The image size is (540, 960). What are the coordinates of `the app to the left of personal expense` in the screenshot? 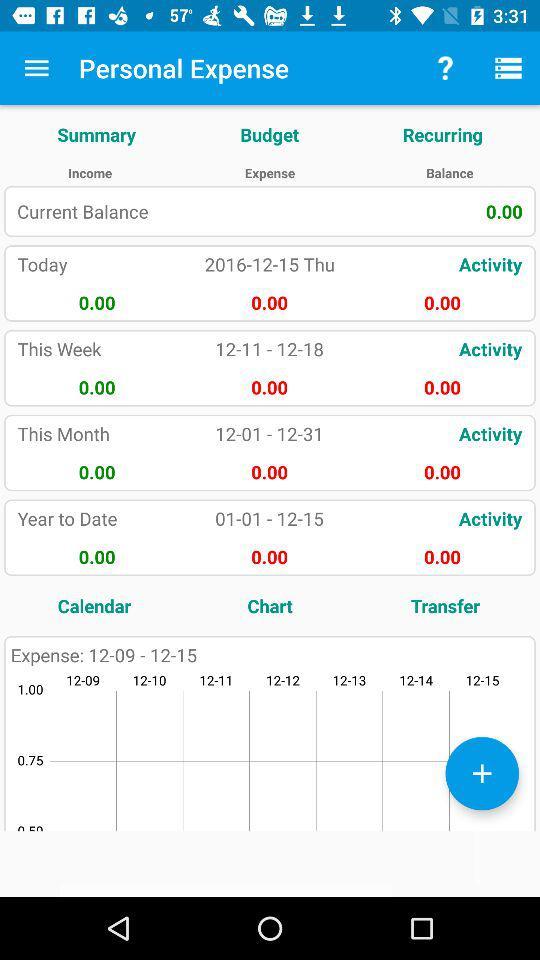 It's located at (36, 68).